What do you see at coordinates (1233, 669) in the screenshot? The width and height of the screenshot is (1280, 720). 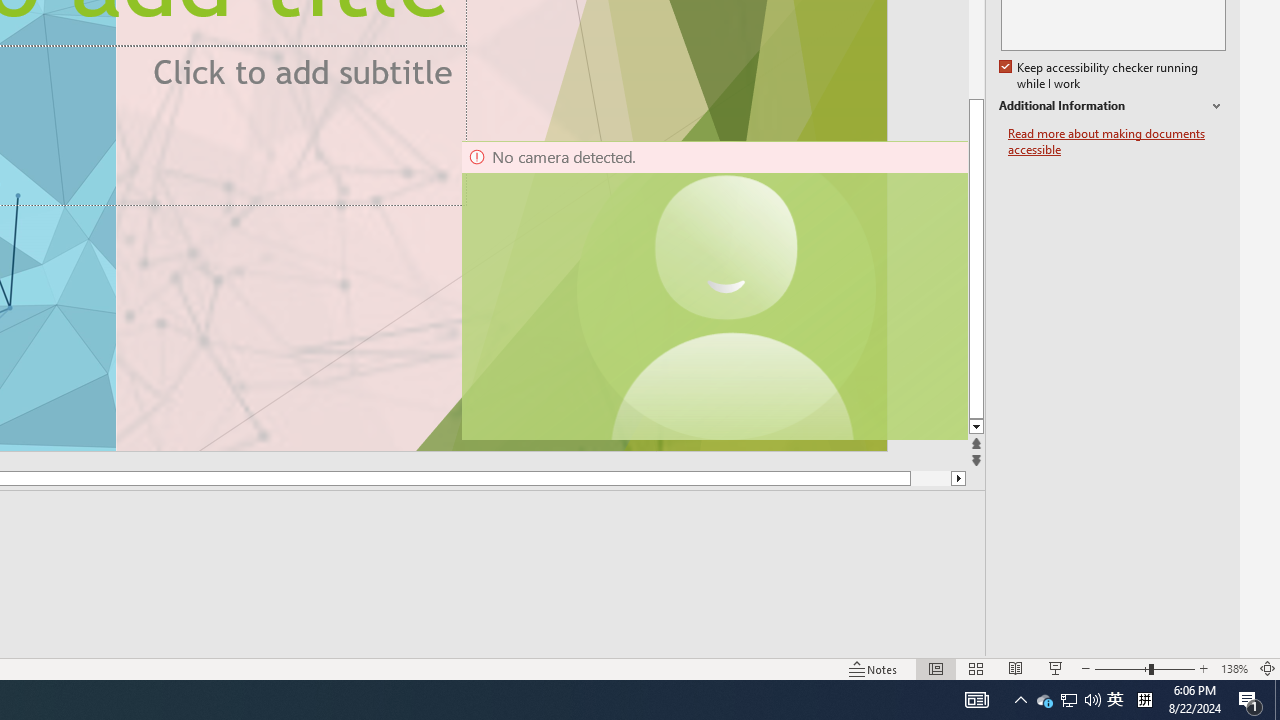 I see `'Zoom 138%'` at bounding box center [1233, 669].